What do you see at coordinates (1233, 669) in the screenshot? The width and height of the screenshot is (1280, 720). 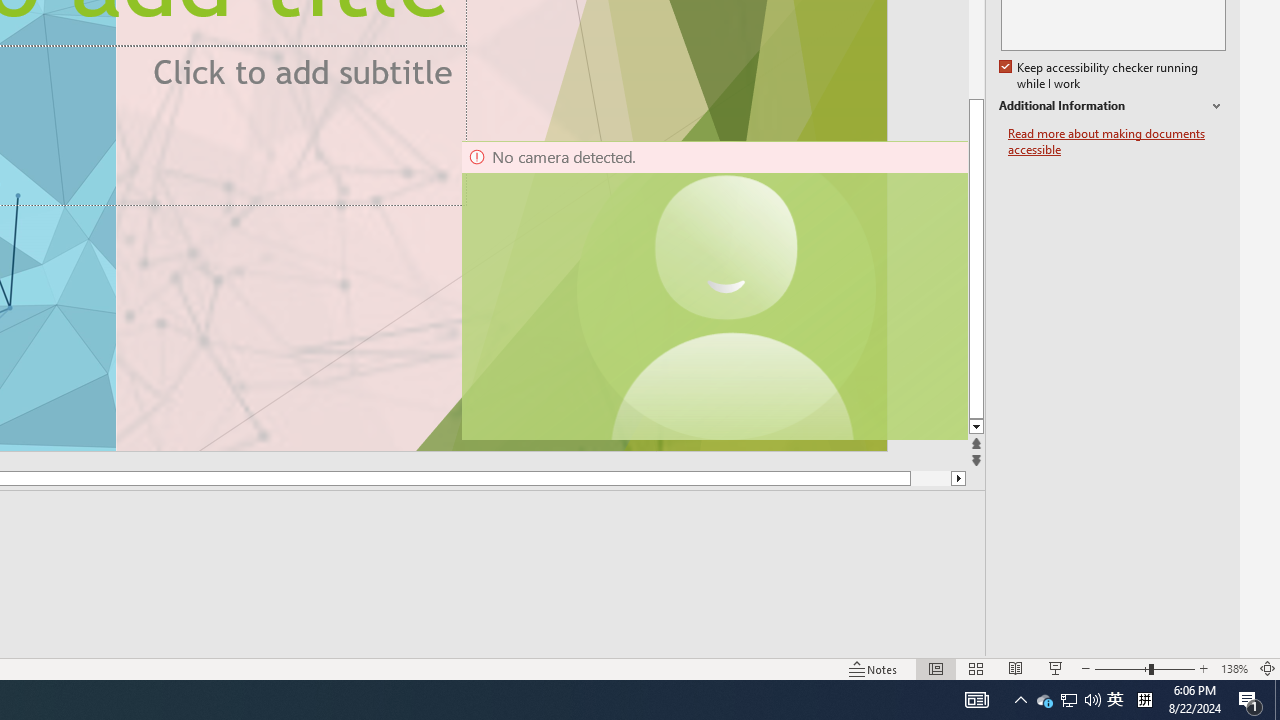 I see `'Zoom 138%'` at bounding box center [1233, 669].